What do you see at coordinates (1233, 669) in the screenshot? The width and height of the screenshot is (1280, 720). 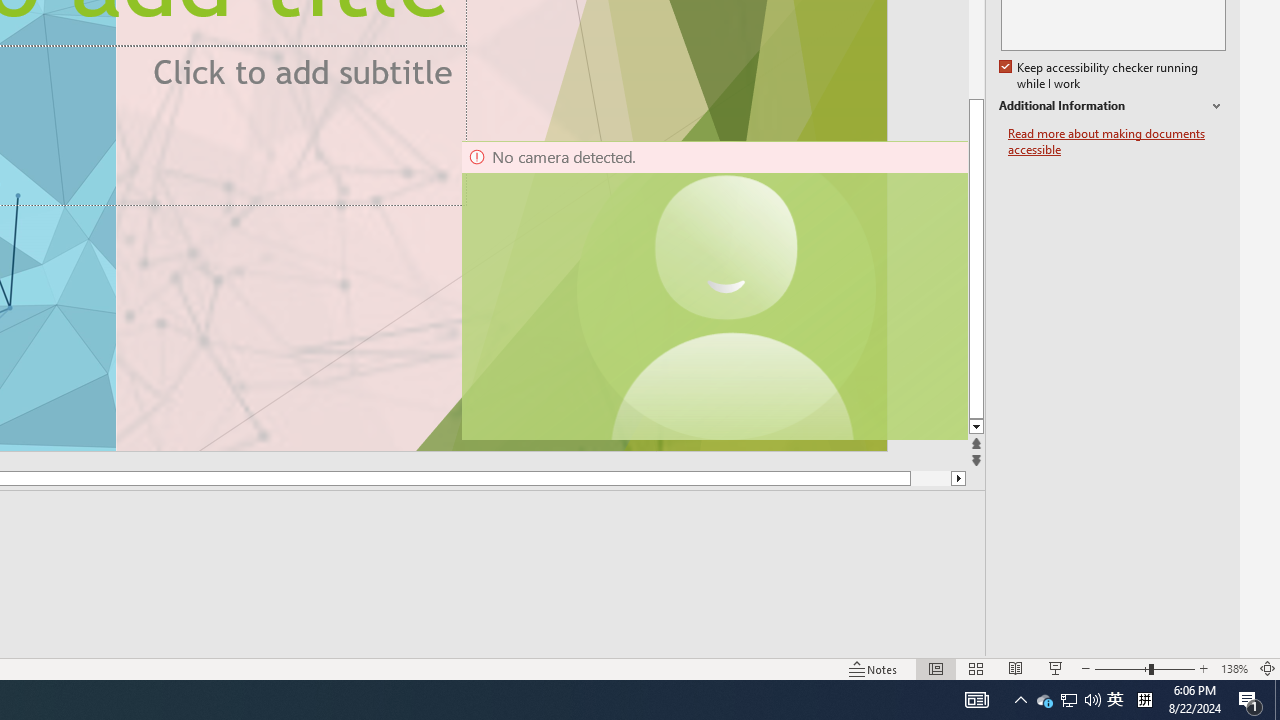 I see `'Zoom 138%'` at bounding box center [1233, 669].